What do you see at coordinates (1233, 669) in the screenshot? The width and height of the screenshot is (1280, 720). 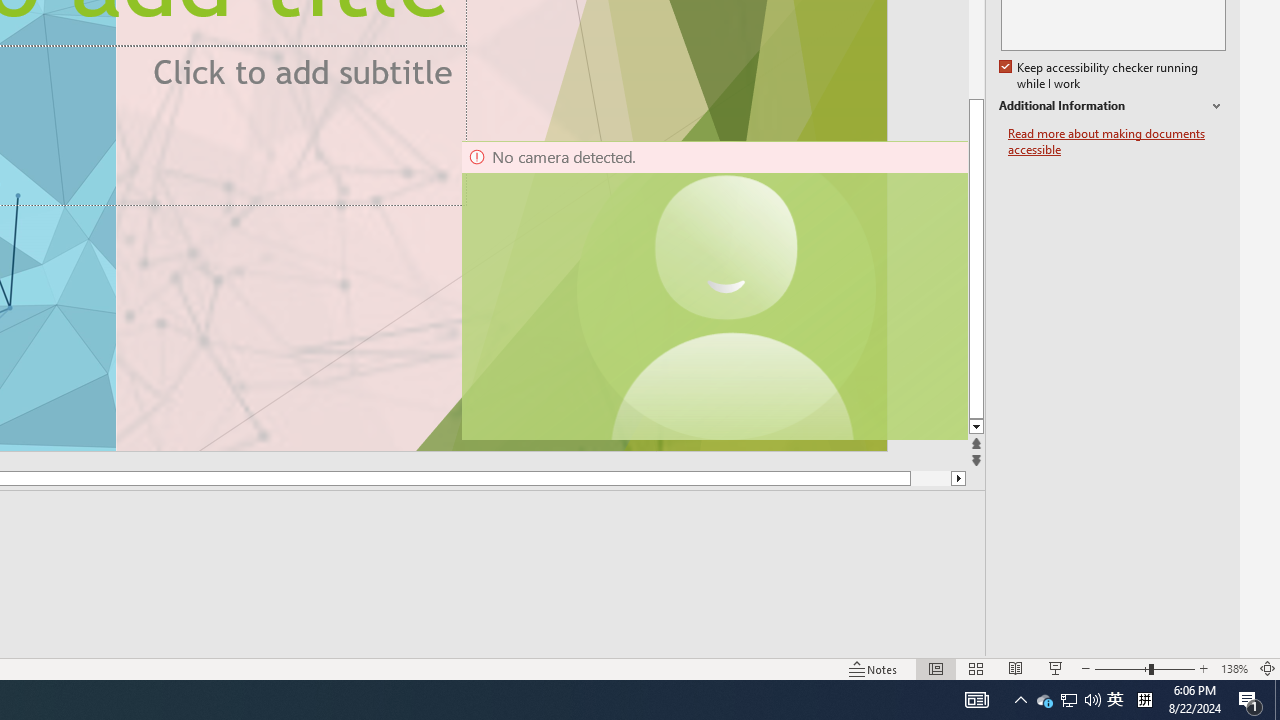 I see `'Zoom 138%'` at bounding box center [1233, 669].